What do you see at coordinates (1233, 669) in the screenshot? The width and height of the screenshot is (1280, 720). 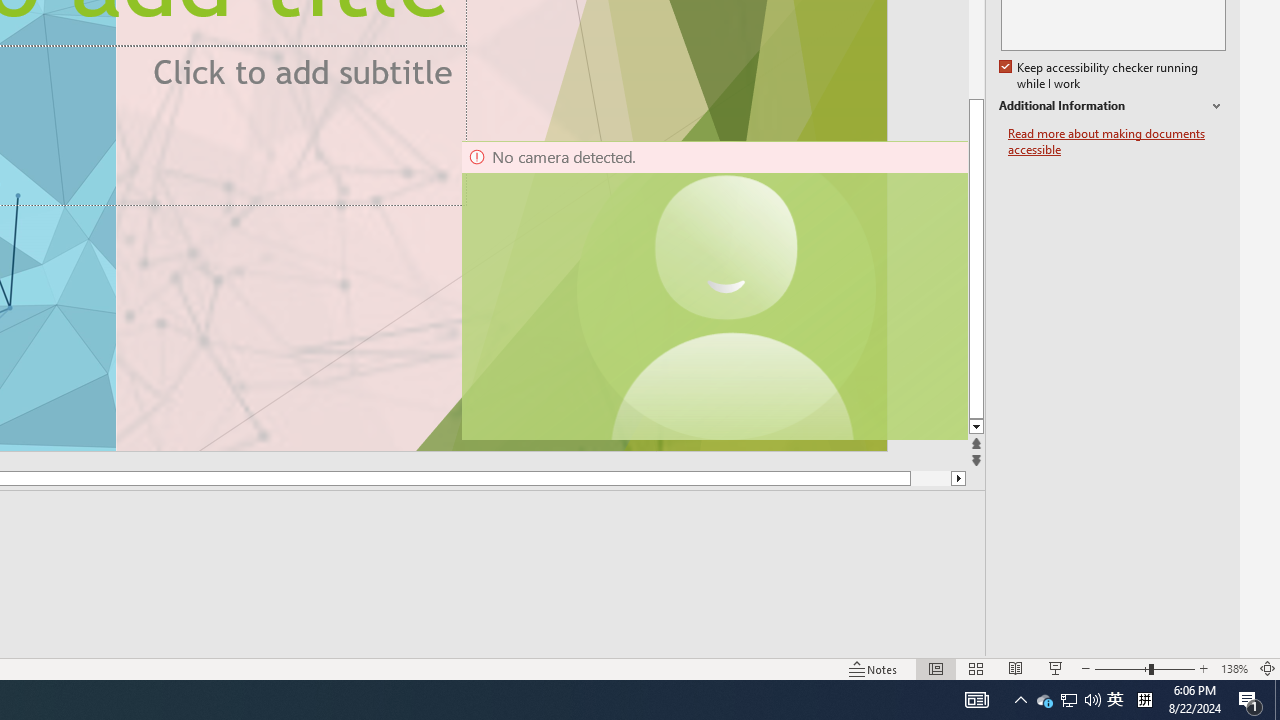 I see `'Zoom 138%'` at bounding box center [1233, 669].